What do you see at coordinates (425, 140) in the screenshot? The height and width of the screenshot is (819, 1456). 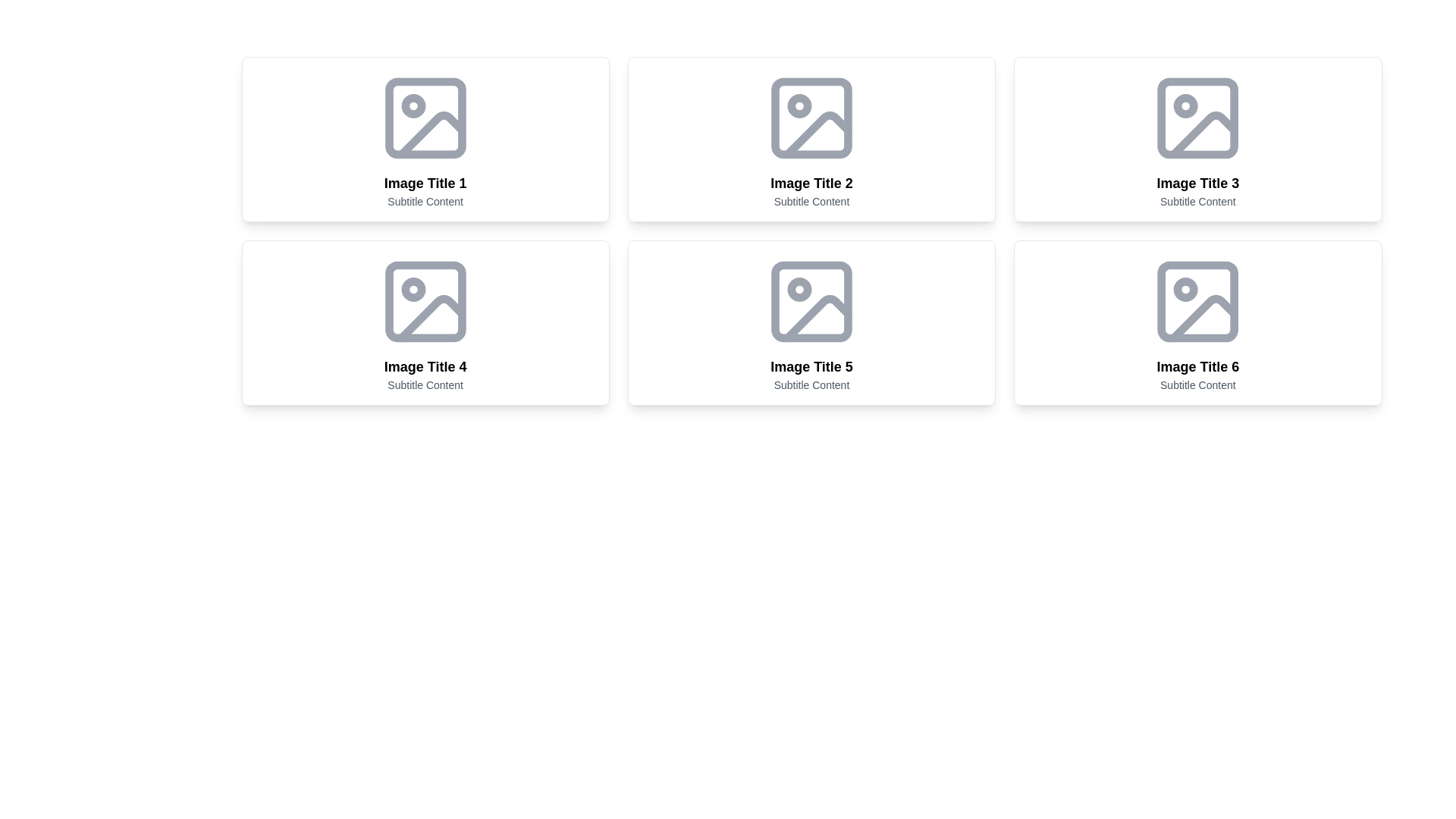 I see `the top-left card in a 3-column grid layout that represents a category or item` at bounding box center [425, 140].